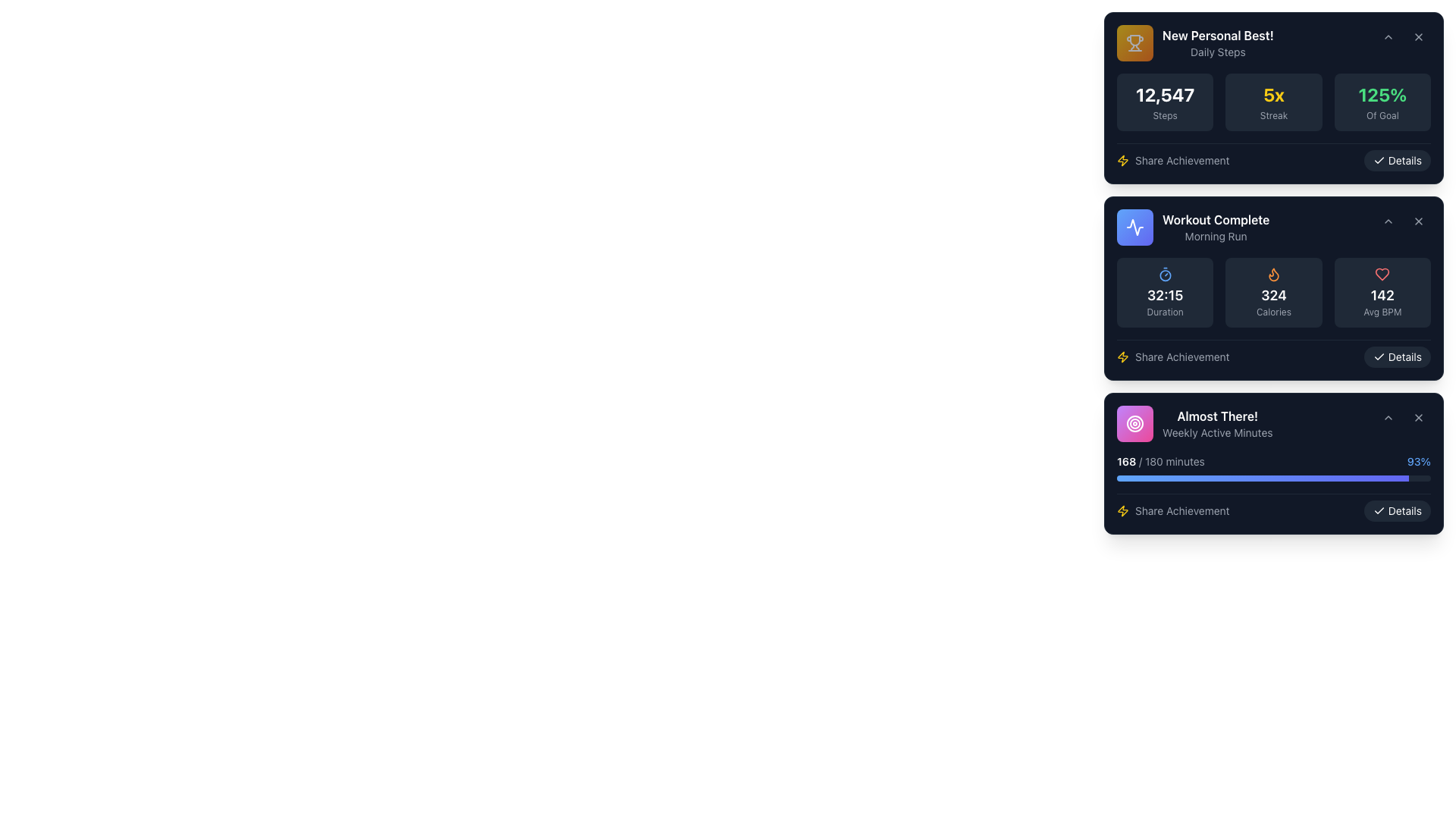  I want to click on the static text displaying the number '180', which indicates the active minutes target, located on the 'Almost There!' card at the bottom right of the interface, so click(1153, 460).